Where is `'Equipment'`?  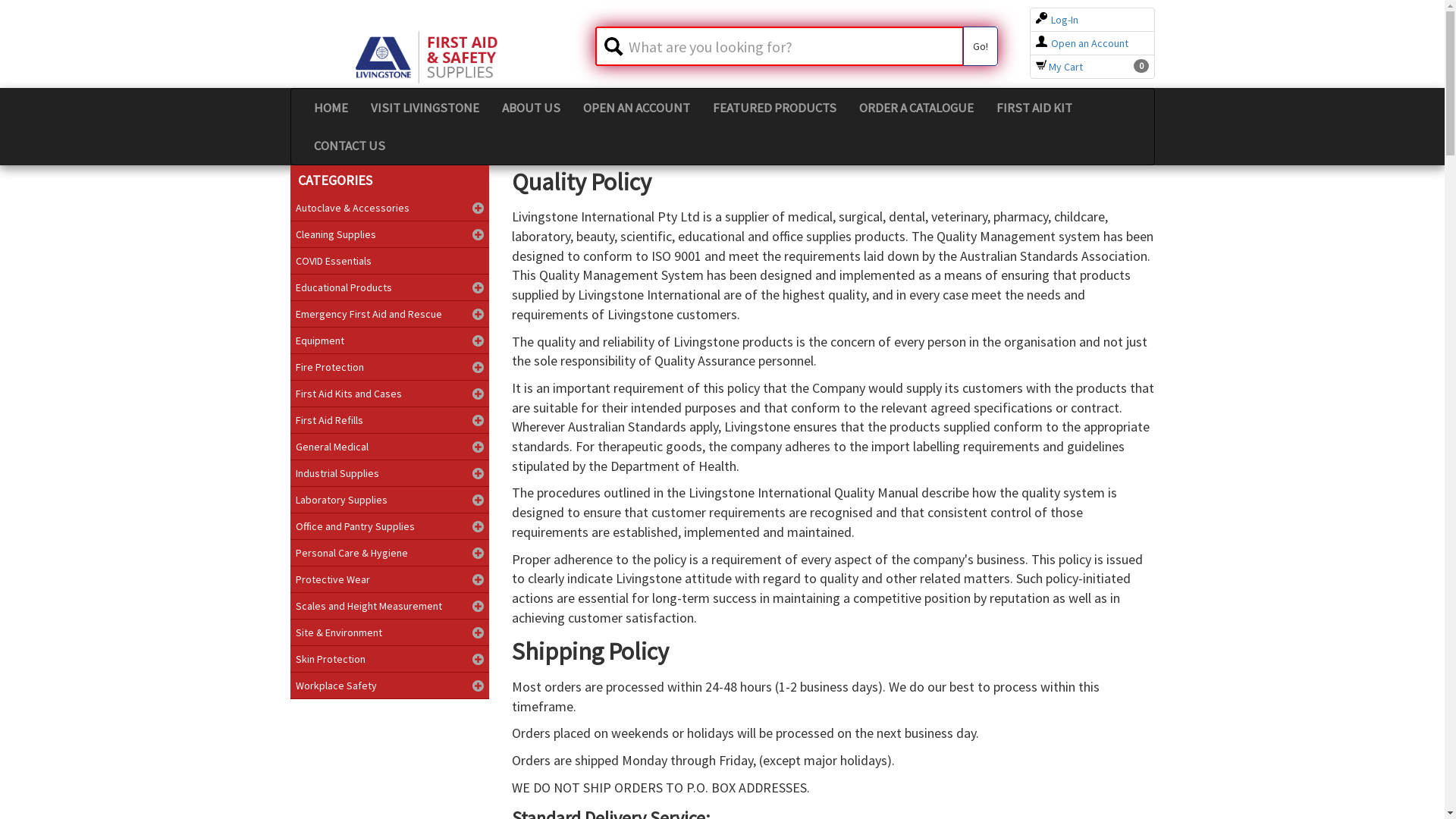
'Equipment' is located at coordinates (290, 339).